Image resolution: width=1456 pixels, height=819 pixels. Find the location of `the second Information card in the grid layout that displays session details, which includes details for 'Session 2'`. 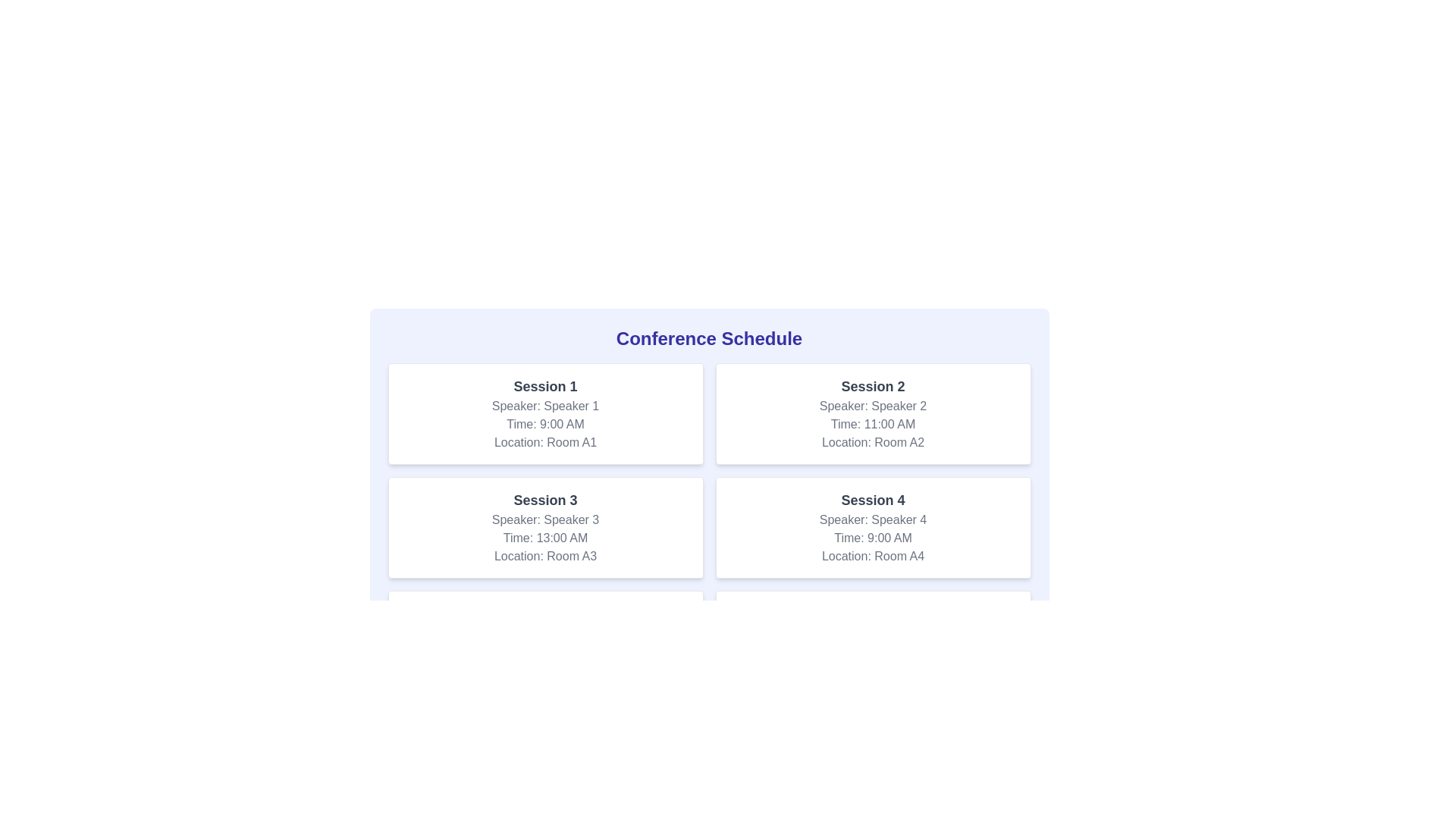

the second Information card in the grid layout that displays session details, which includes details for 'Session 2' is located at coordinates (873, 414).